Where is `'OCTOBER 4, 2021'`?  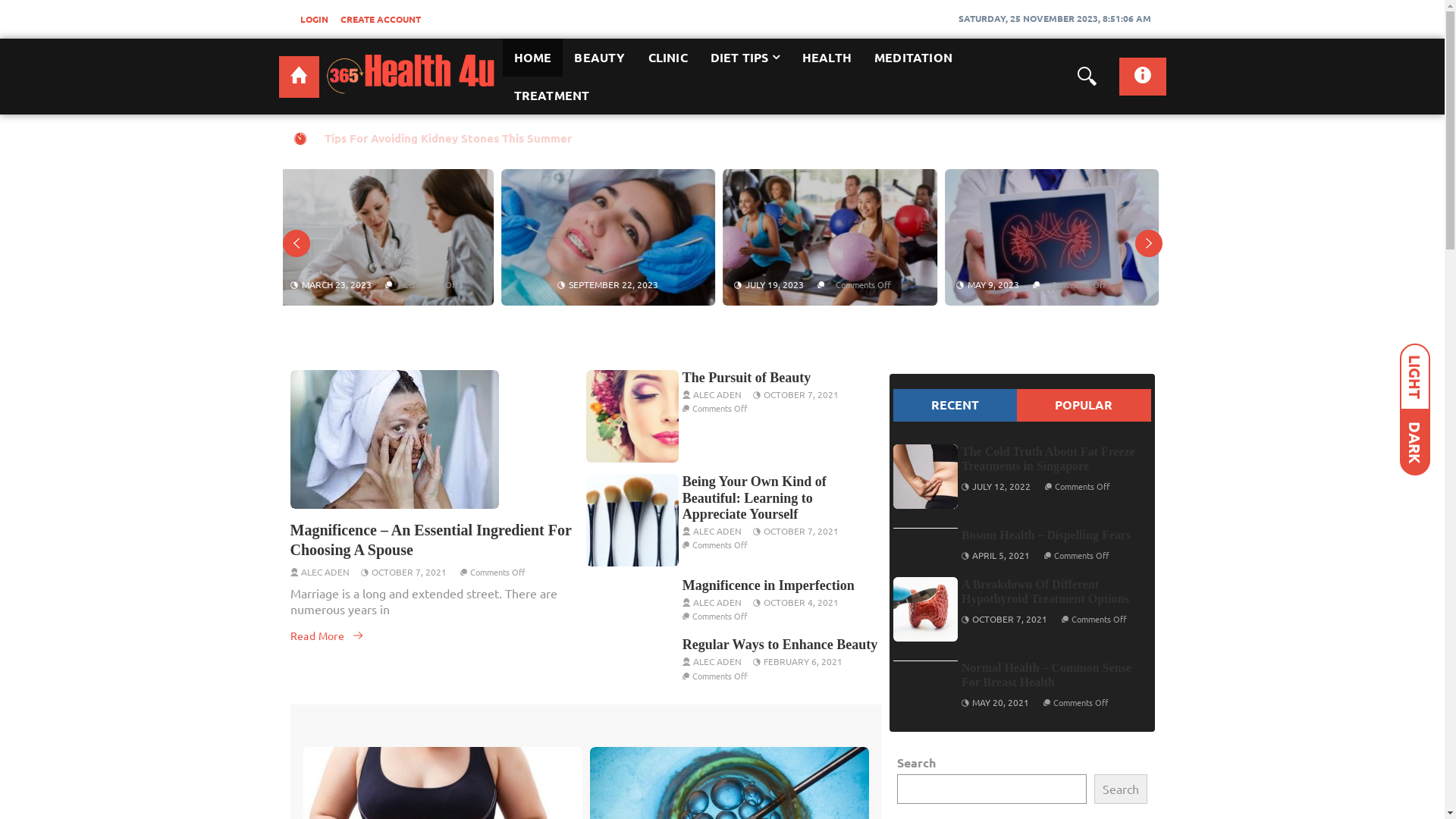 'OCTOBER 4, 2021' is located at coordinates (800, 601).